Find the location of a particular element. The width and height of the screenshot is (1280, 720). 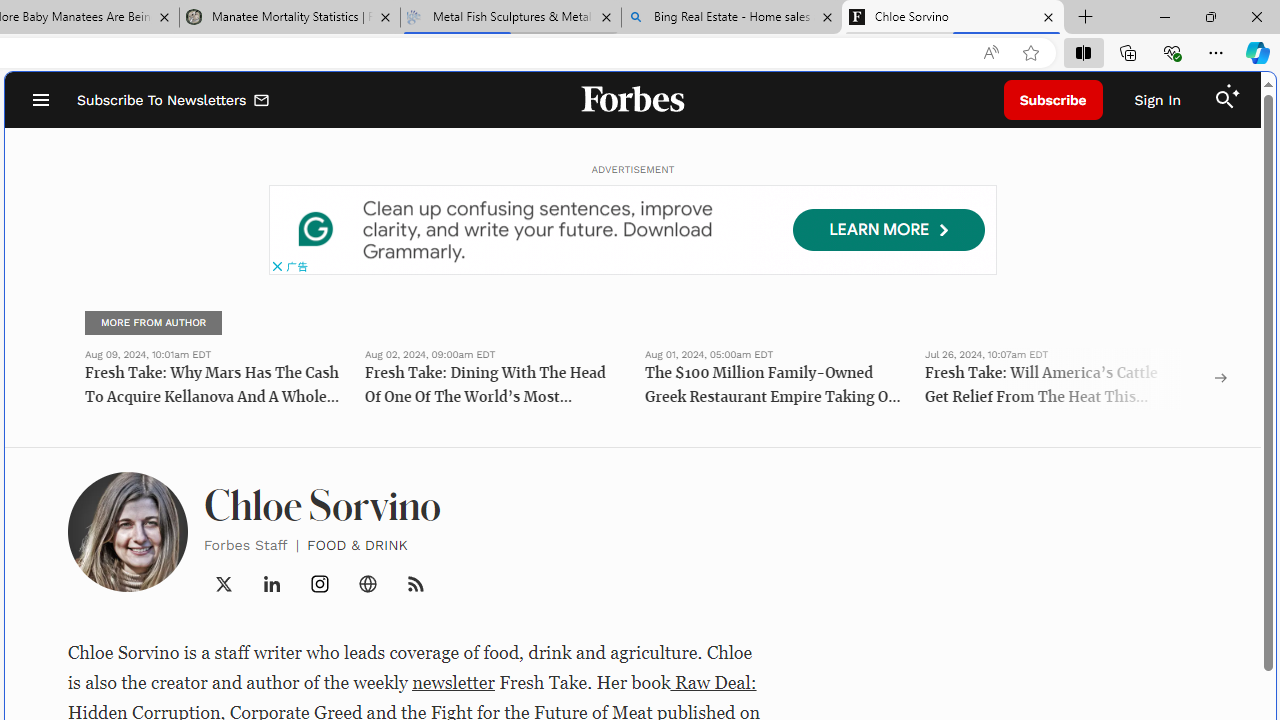

'Chloe Sorvino' is located at coordinates (952, 17).